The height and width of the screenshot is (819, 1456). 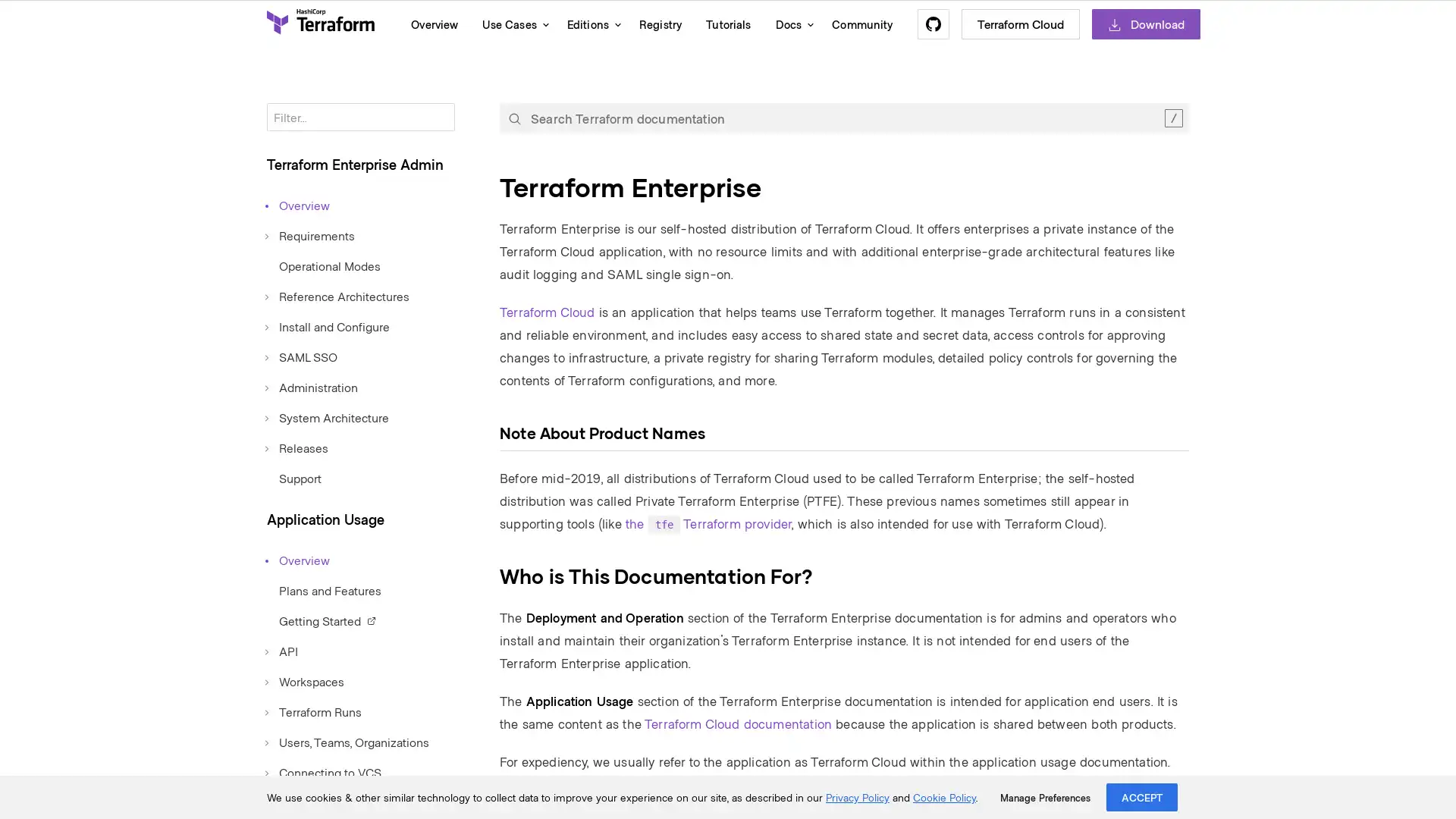 What do you see at coordinates (347, 741) in the screenshot?
I see `Users, Teams, Organizations` at bounding box center [347, 741].